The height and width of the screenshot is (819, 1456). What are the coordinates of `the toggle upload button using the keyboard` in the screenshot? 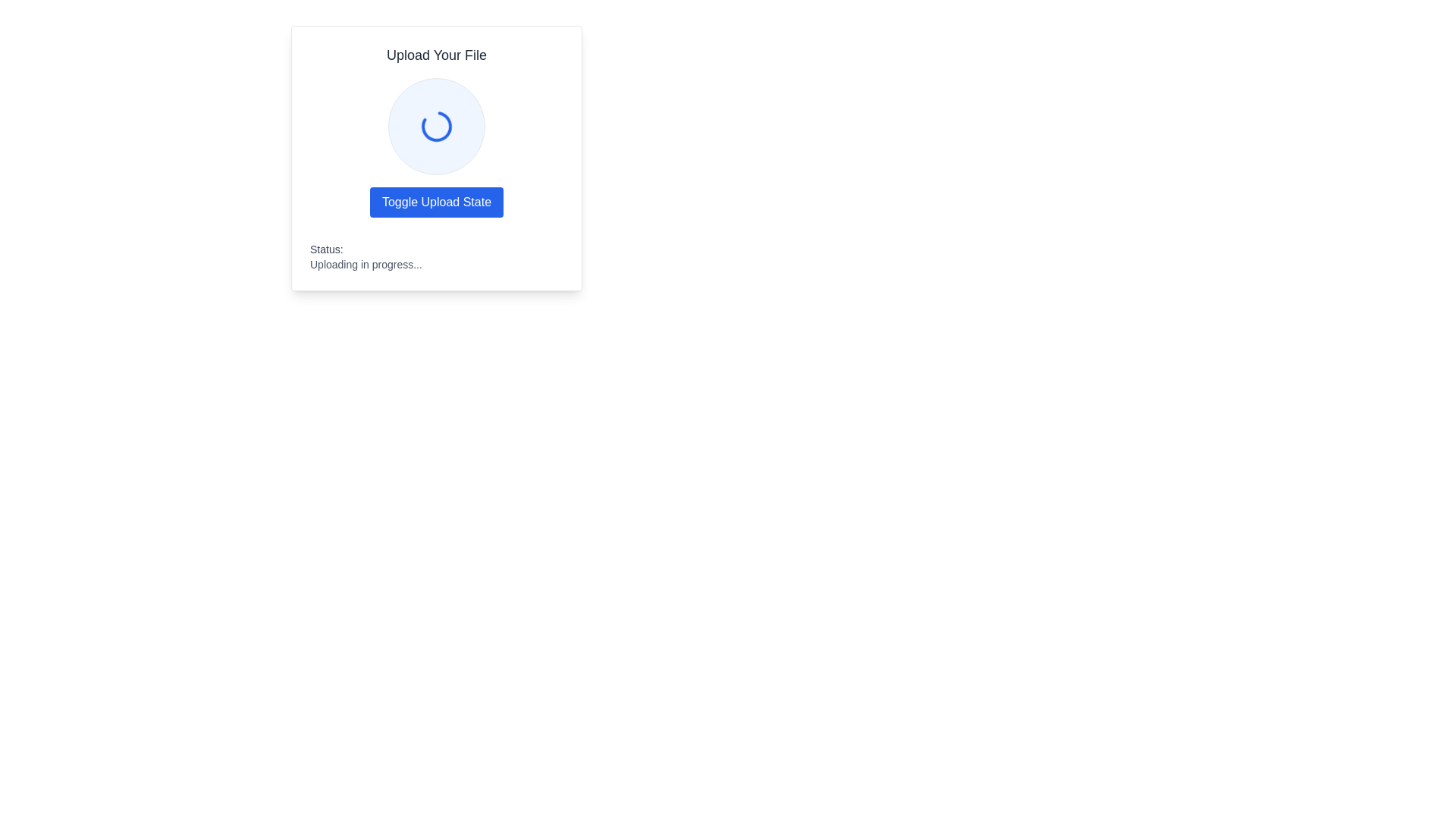 It's located at (436, 201).